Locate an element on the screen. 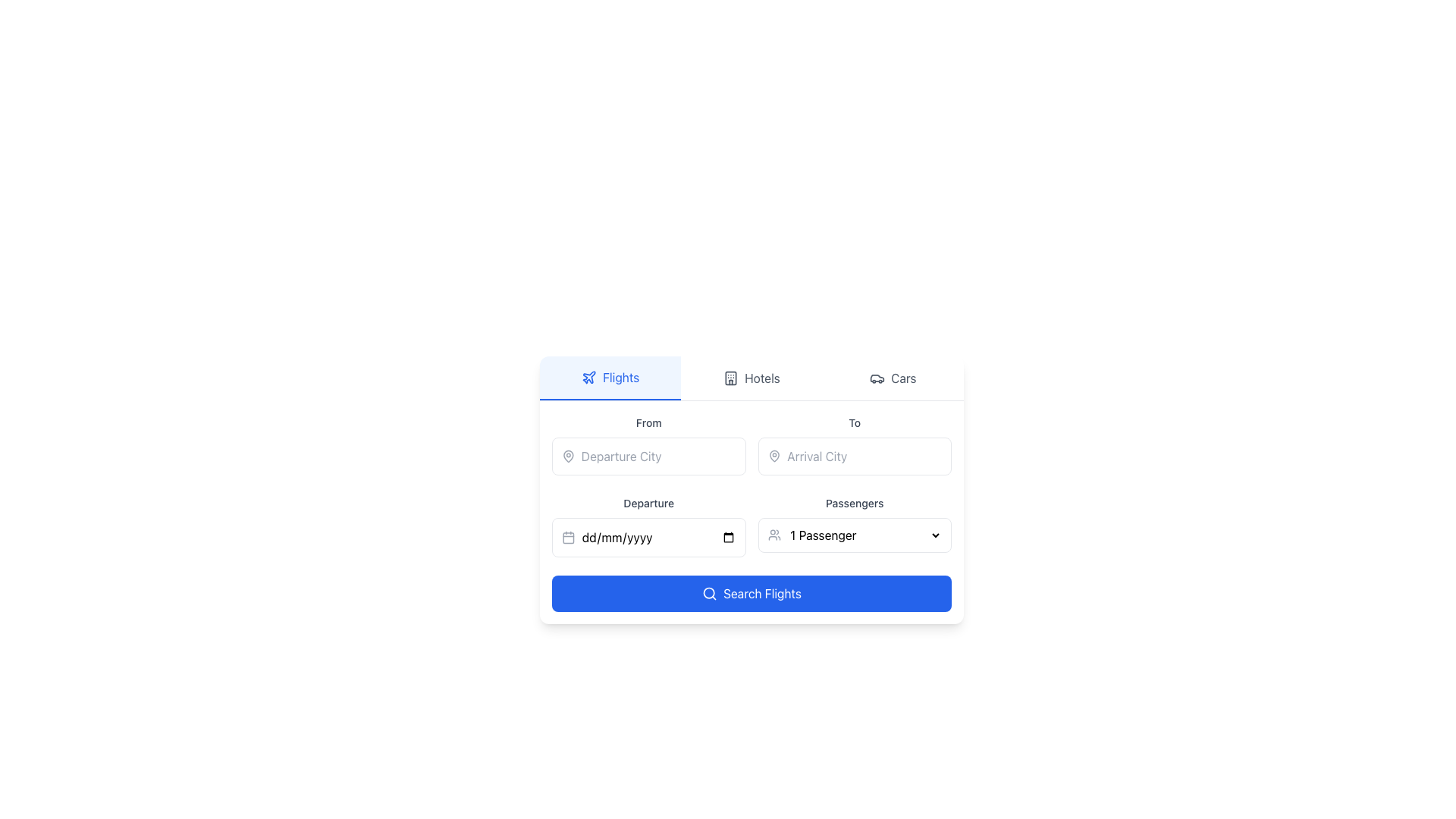  the 'Search Flights' button, which is represented by a circle indicating a search action, located at the center-left of the button icon is located at coordinates (708, 592).